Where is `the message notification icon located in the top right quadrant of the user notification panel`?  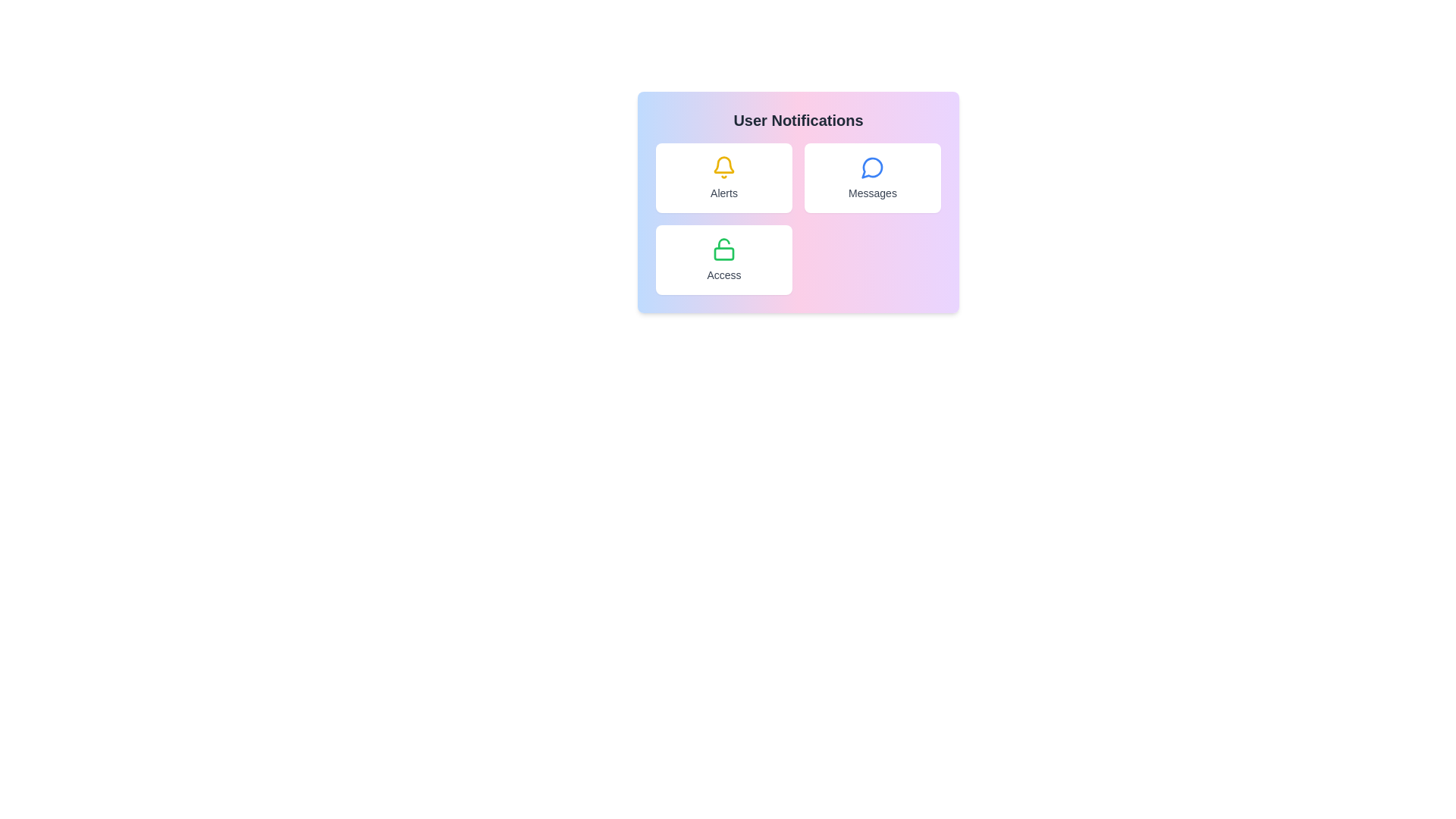 the message notification icon located in the top right quadrant of the user notification panel is located at coordinates (872, 168).